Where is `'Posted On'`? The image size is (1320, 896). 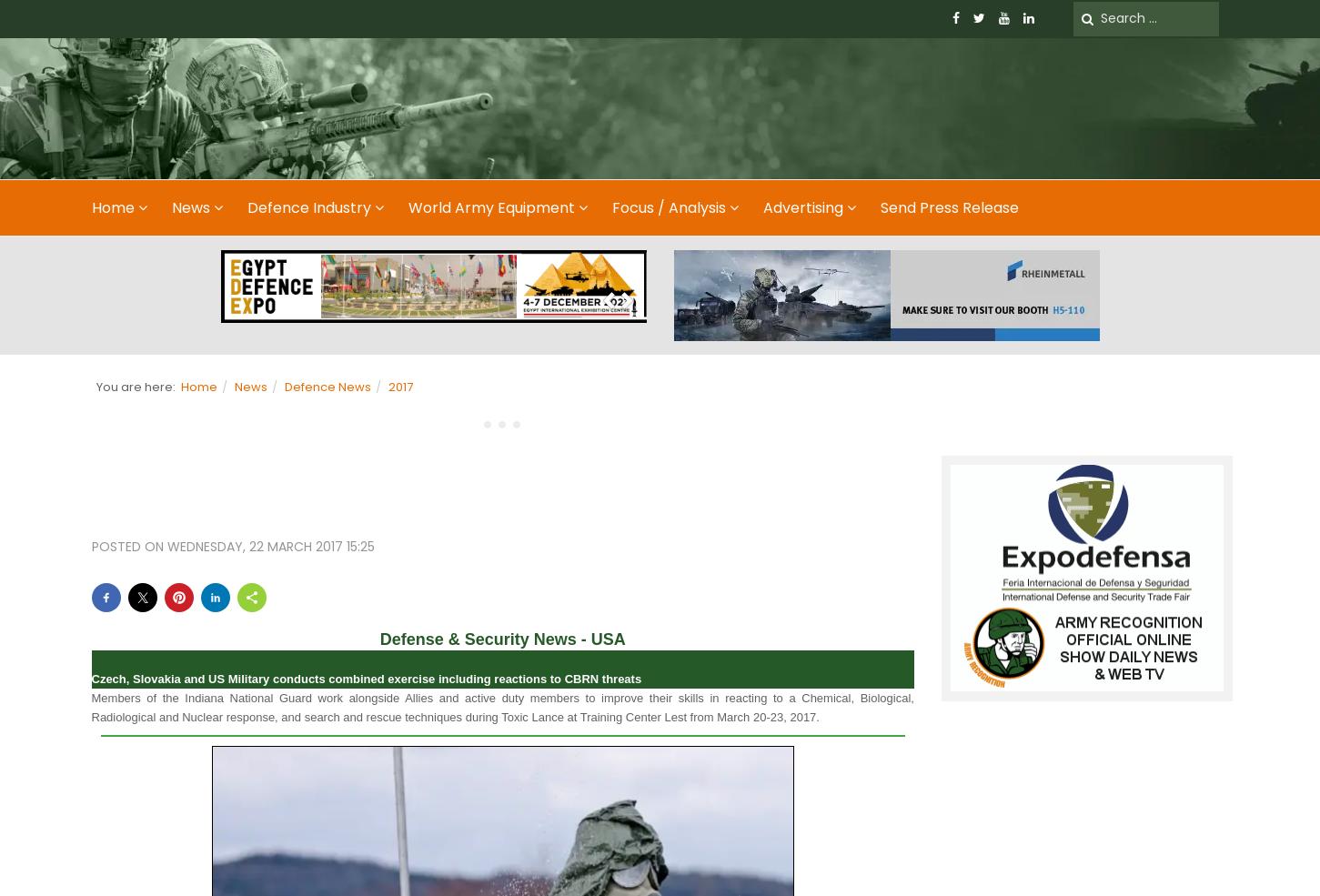 'Posted On' is located at coordinates (128, 544).